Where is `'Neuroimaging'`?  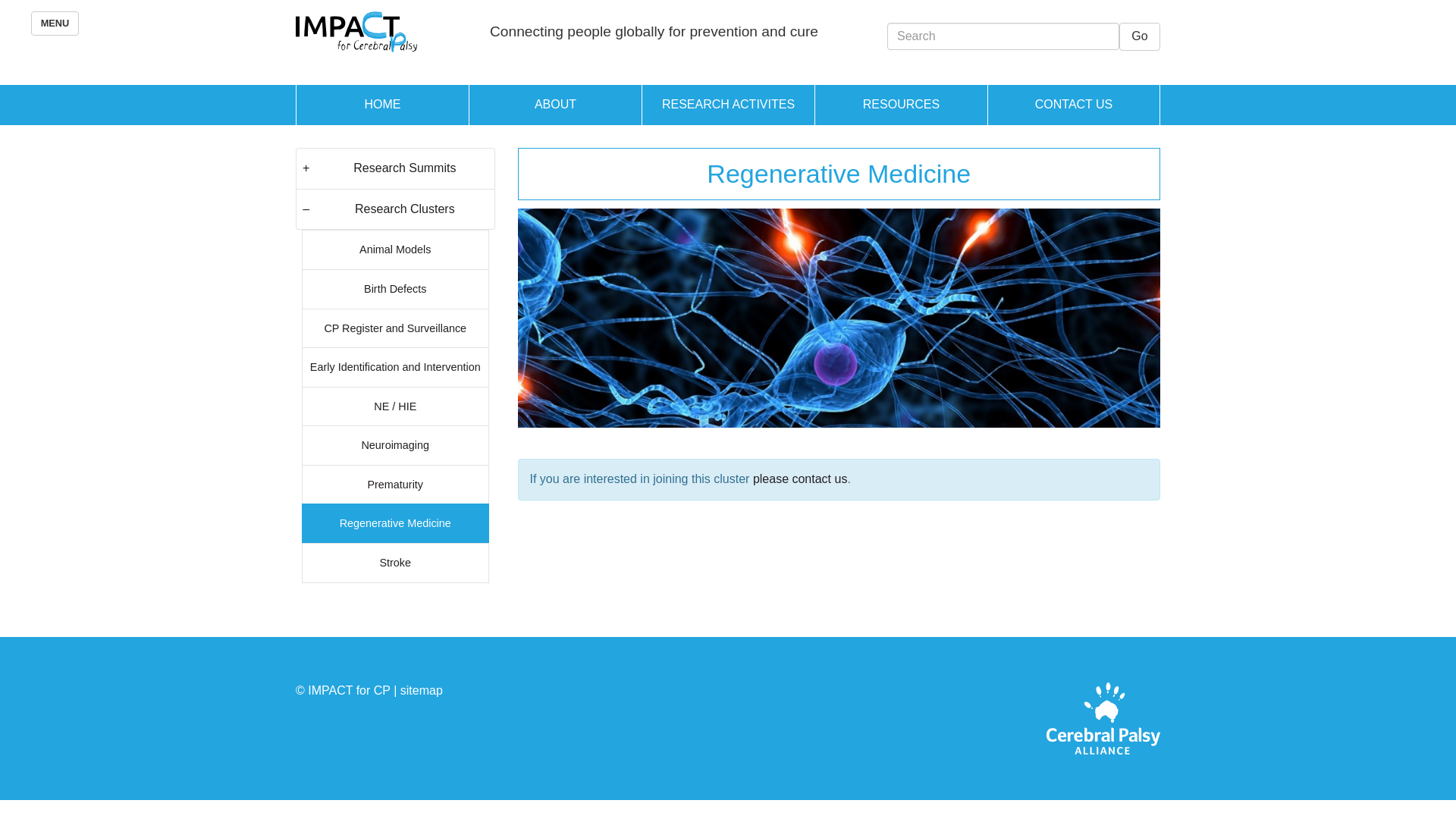 'Neuroimaging' is located at coordinates (395, 444).